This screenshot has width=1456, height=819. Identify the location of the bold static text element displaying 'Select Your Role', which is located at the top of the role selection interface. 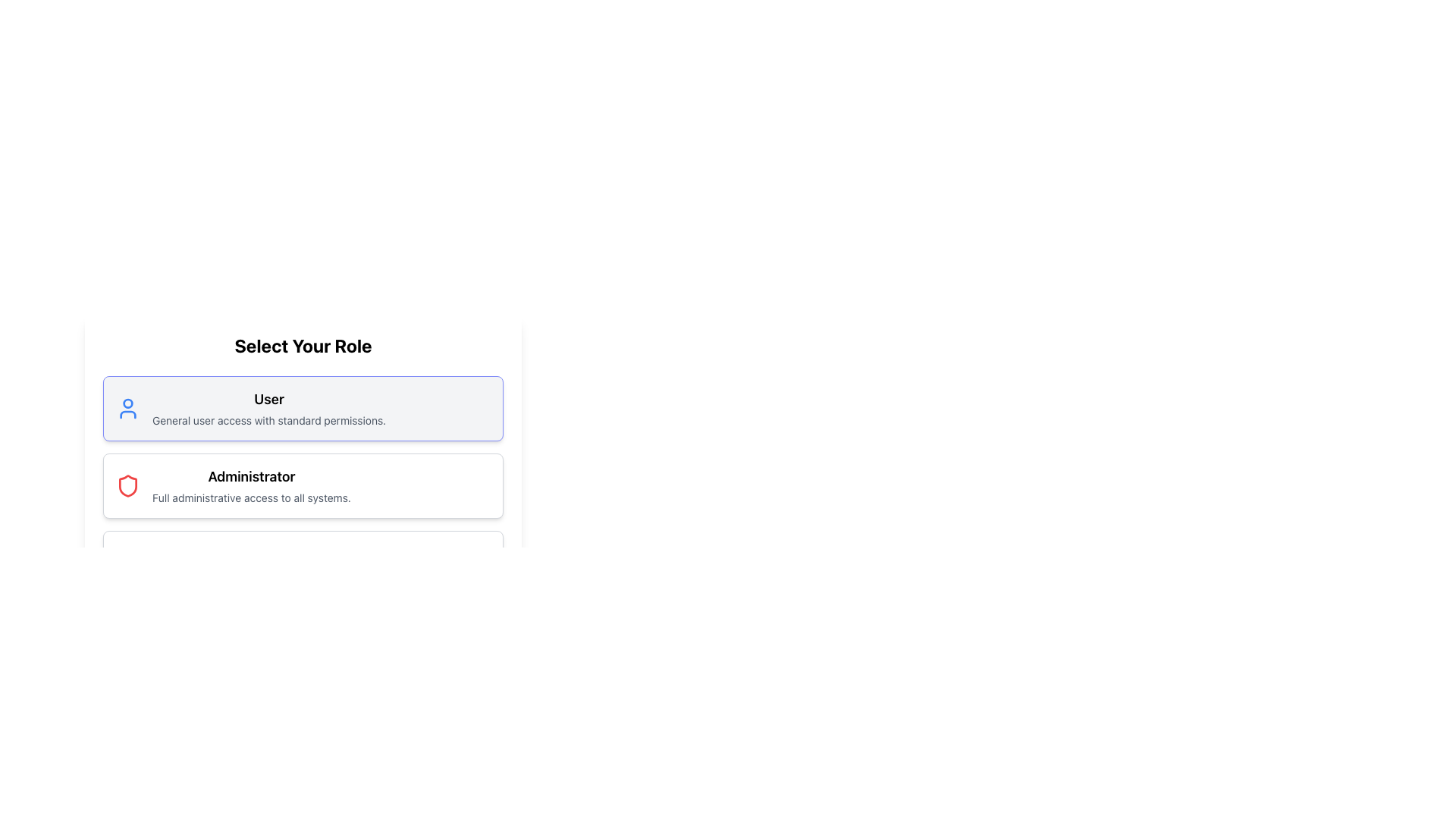
(303, 345).